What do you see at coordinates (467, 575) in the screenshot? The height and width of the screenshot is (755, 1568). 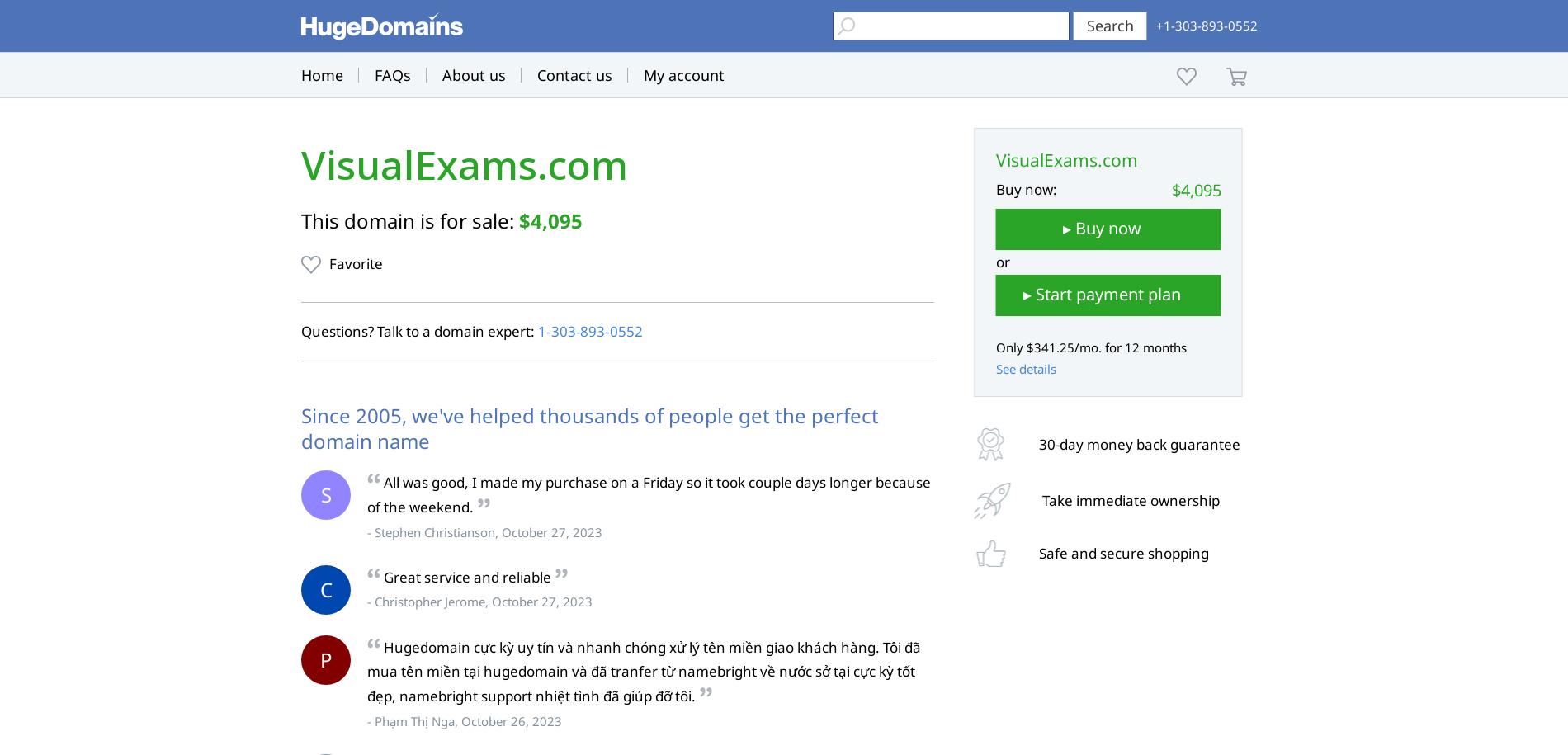 I see `'Great service and reliable'` at bounding box center [467, 575].